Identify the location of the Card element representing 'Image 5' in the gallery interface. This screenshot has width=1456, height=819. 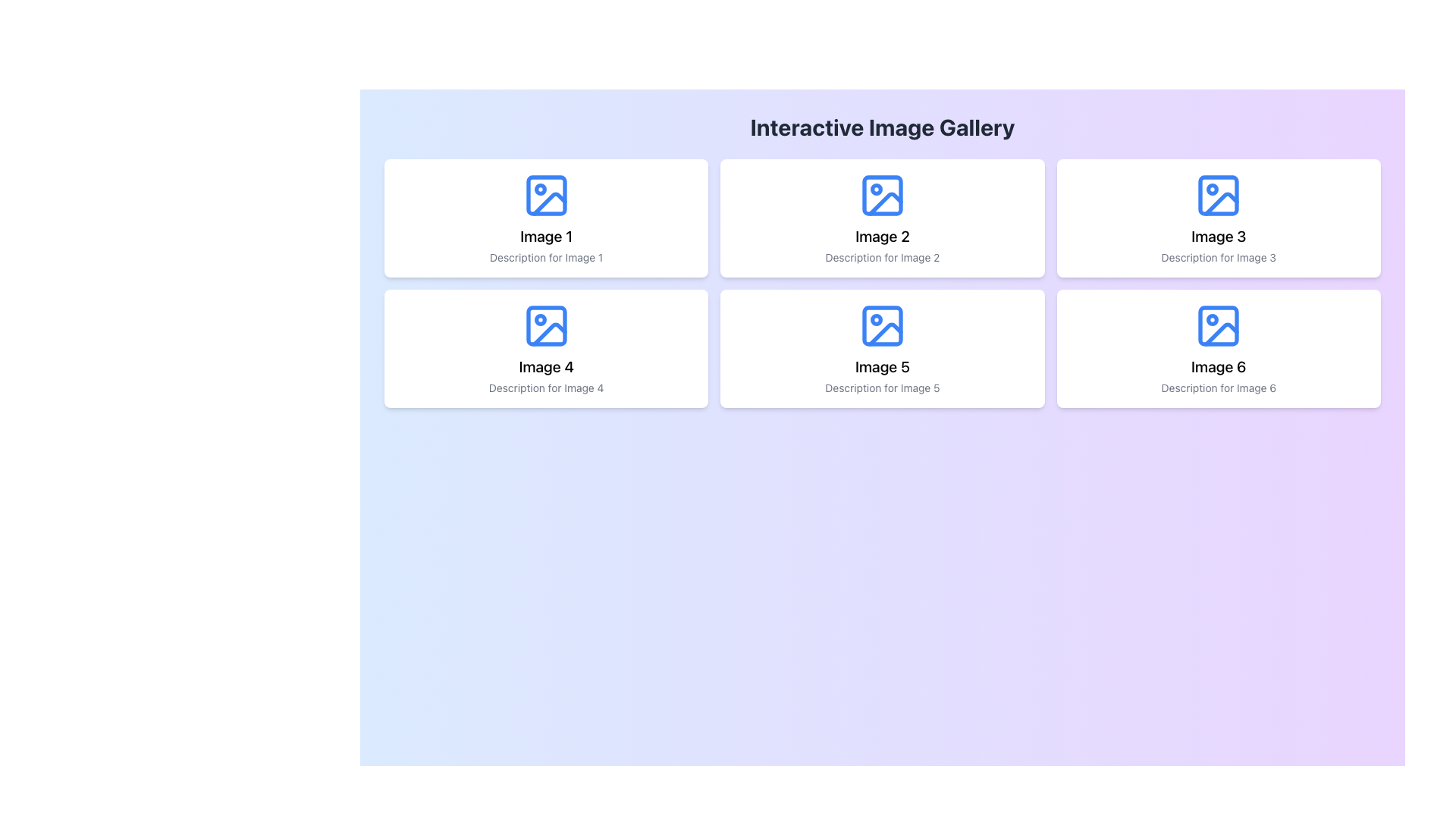
(882, 348).